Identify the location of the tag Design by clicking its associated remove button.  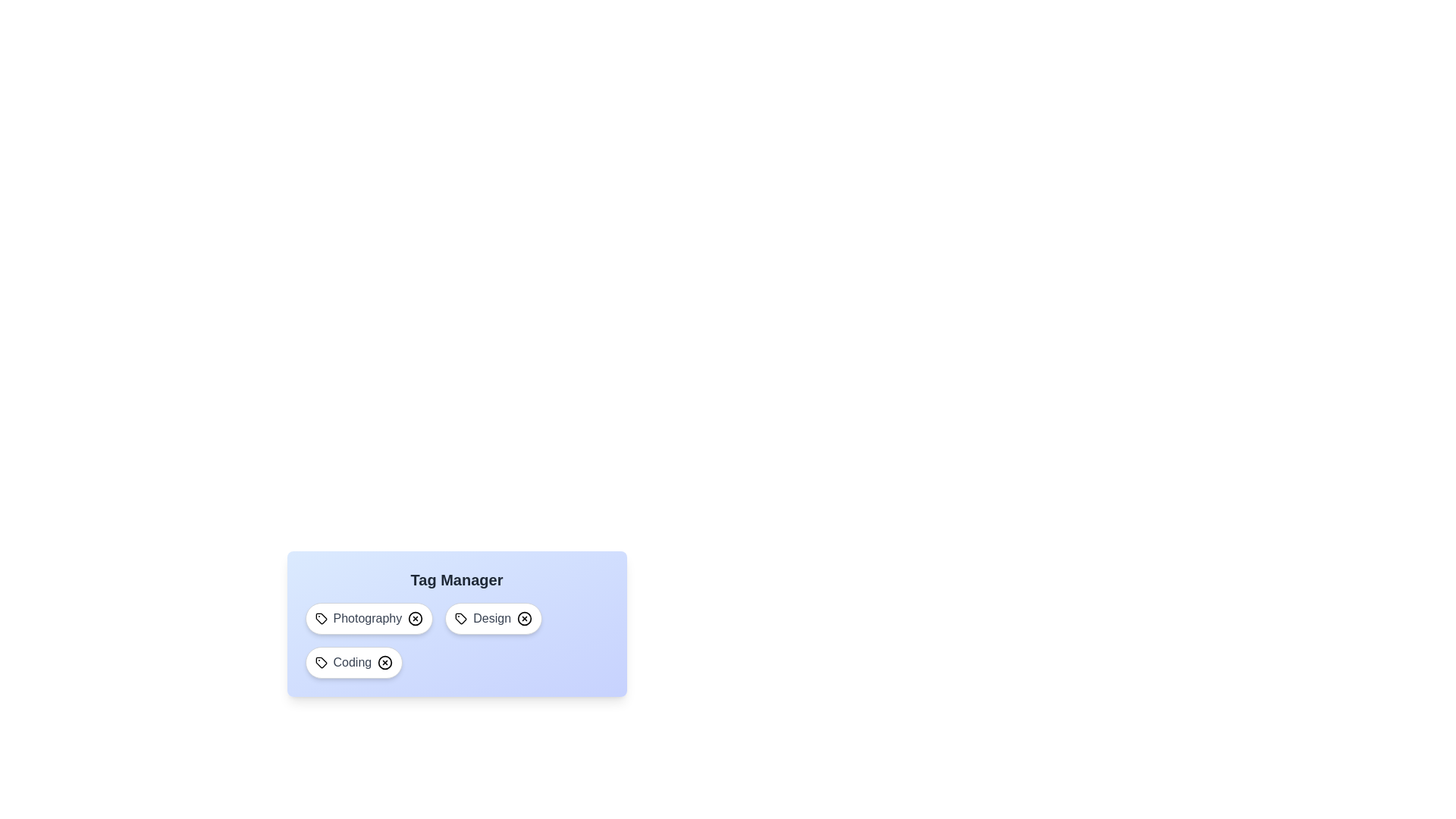
(524, 619).